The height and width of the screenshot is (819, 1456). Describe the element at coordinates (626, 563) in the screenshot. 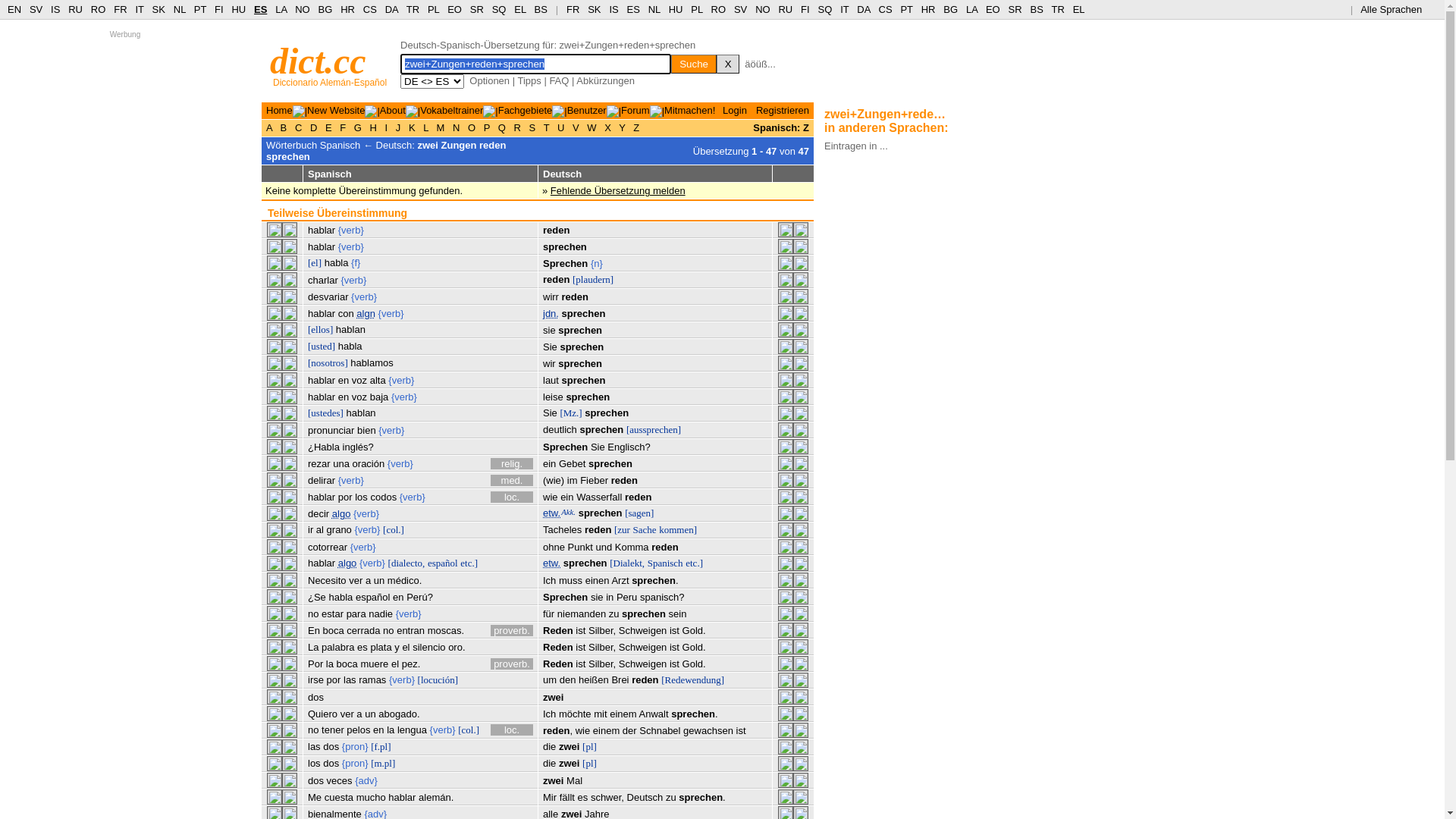

I see `'[Dialekt,'` at that location.